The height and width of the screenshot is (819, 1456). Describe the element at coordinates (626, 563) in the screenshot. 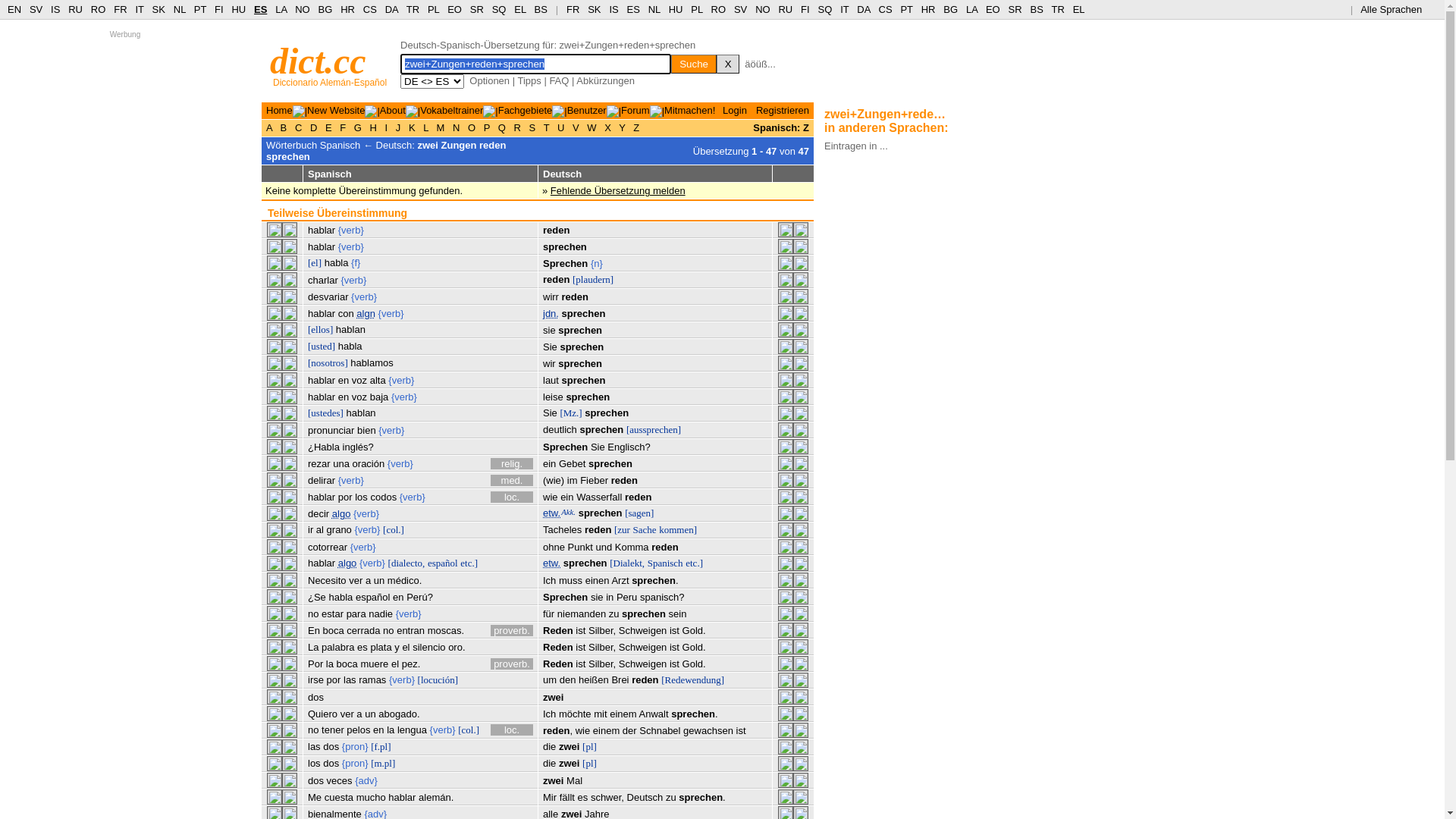

I see `'[Dialekt,'` at that location.